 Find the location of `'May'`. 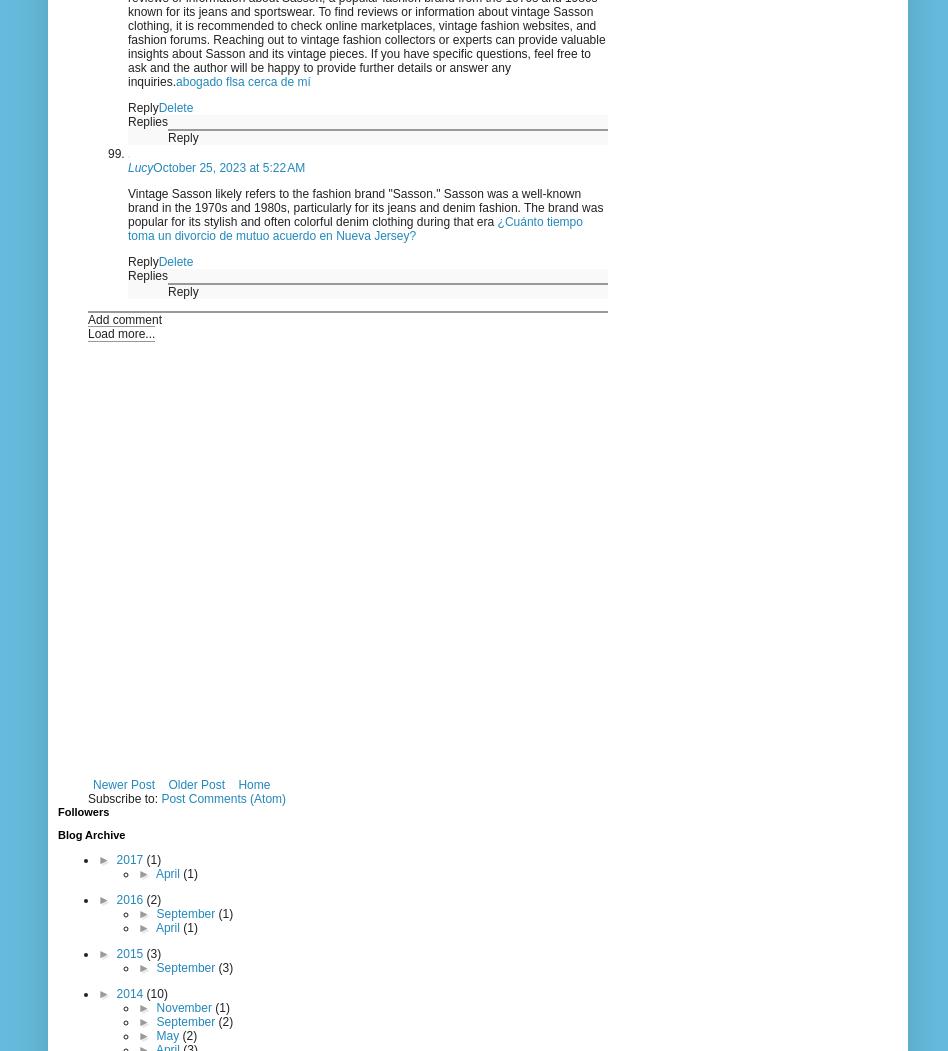

'May' is located at coordinates (168, 1034).